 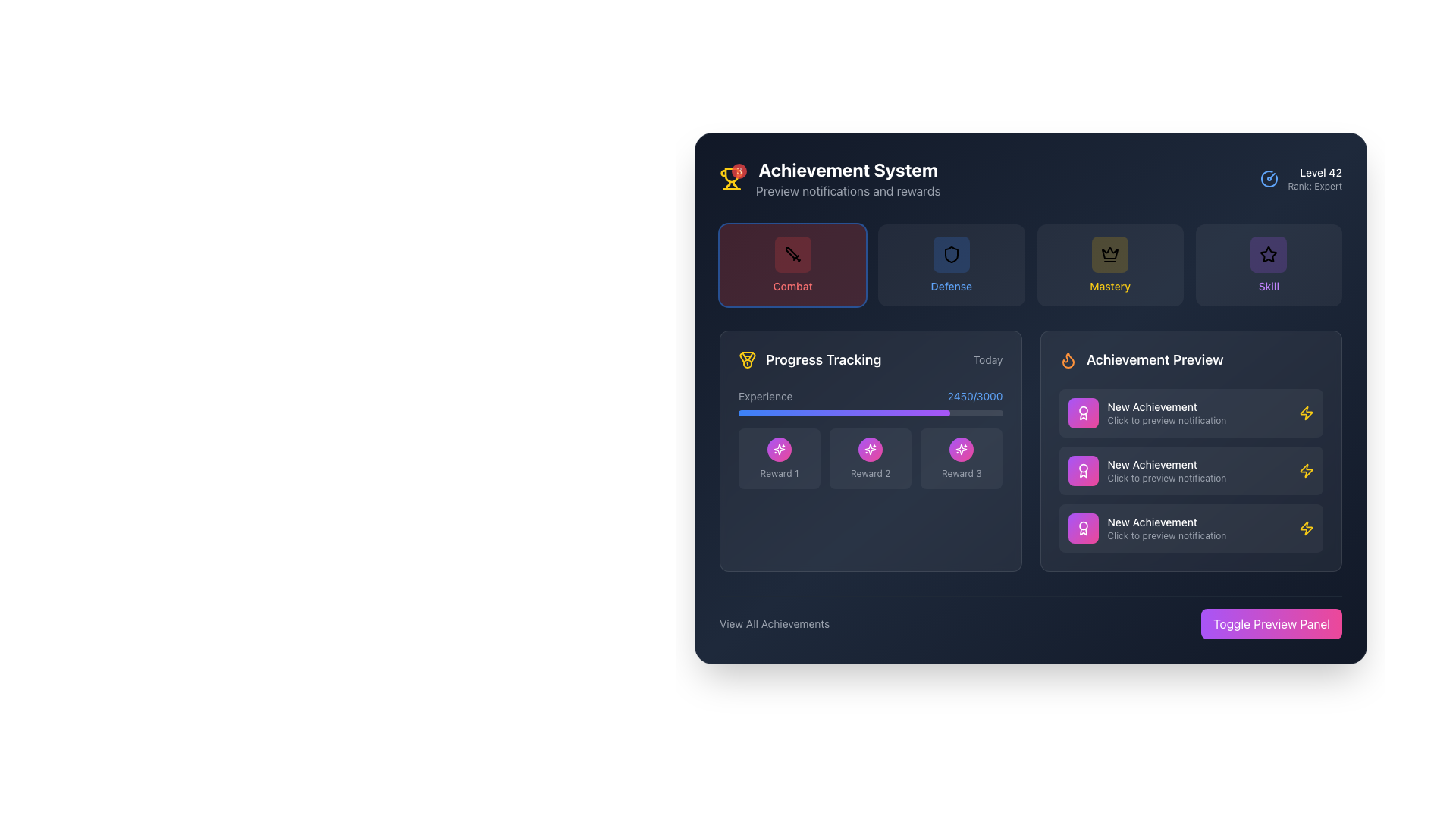 I want to click on the Vector Graphic Component that contributes to the visualization of an icon within the 'Combat' feature interface, so click(x=790, y=253).